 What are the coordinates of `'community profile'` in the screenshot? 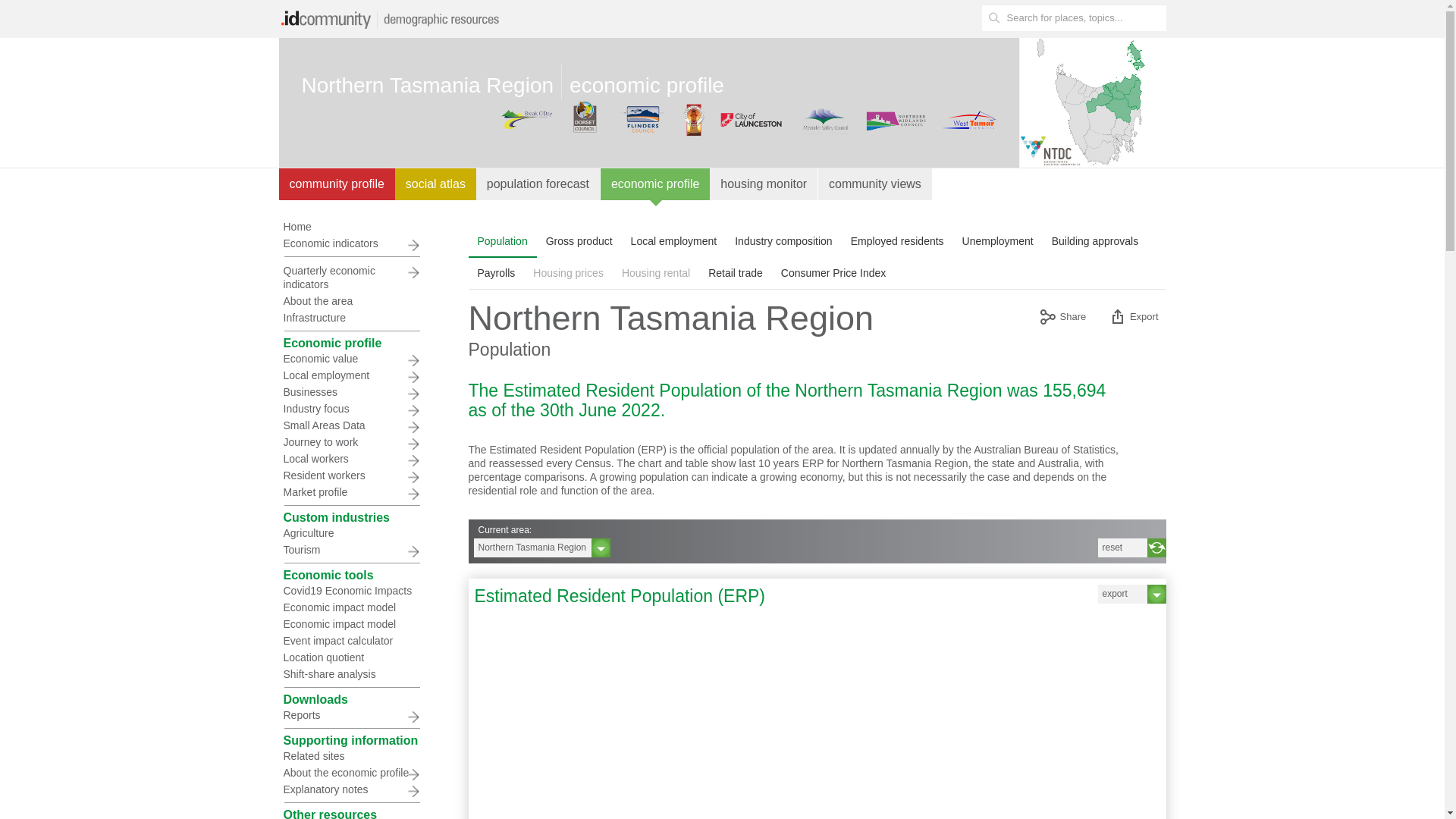 It's located at (336, 184).